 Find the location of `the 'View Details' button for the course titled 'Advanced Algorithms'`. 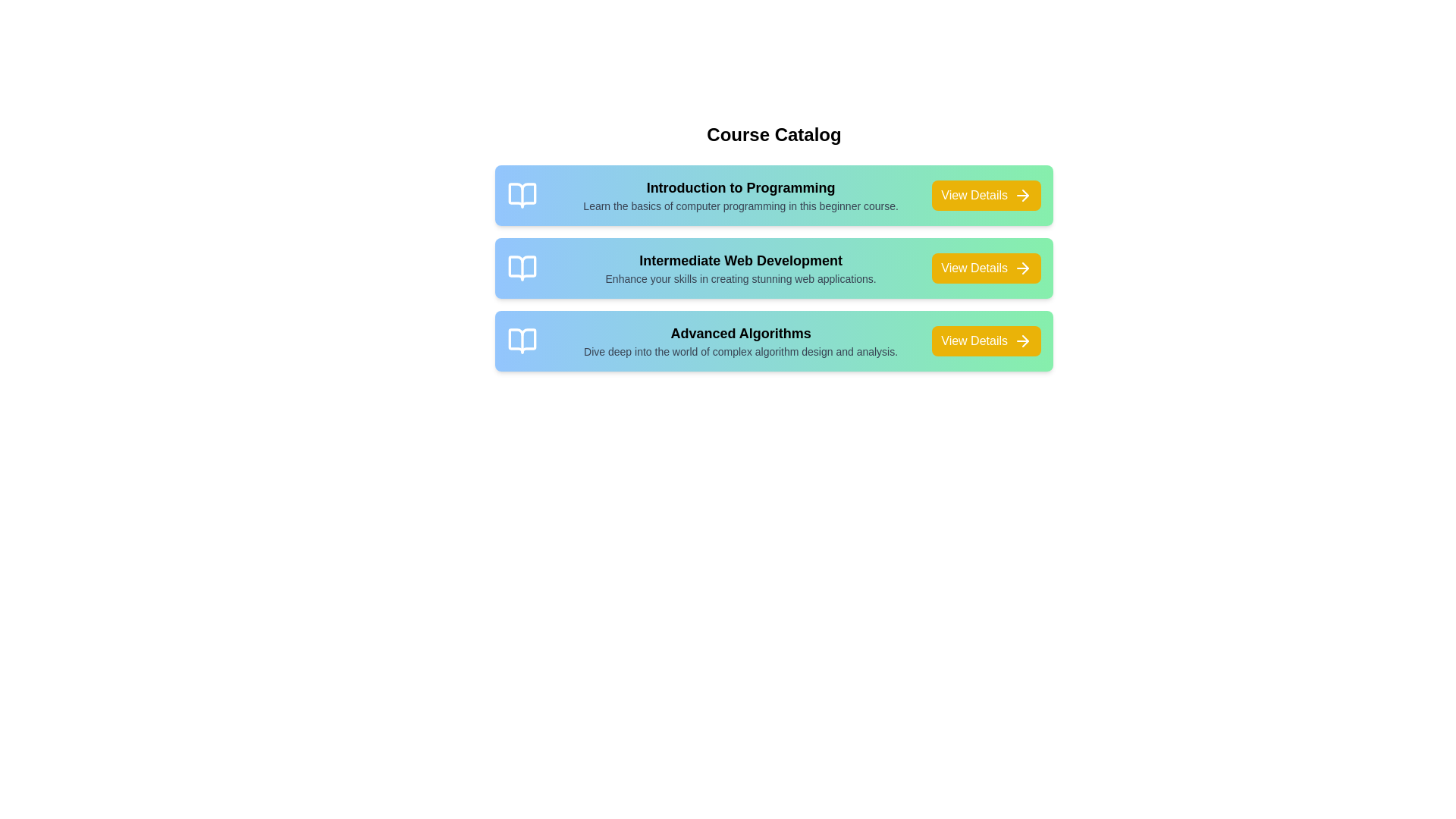

the 'View Details' button for the course titled 'Advanced Algorithms' is located at coordinates (987, 341).